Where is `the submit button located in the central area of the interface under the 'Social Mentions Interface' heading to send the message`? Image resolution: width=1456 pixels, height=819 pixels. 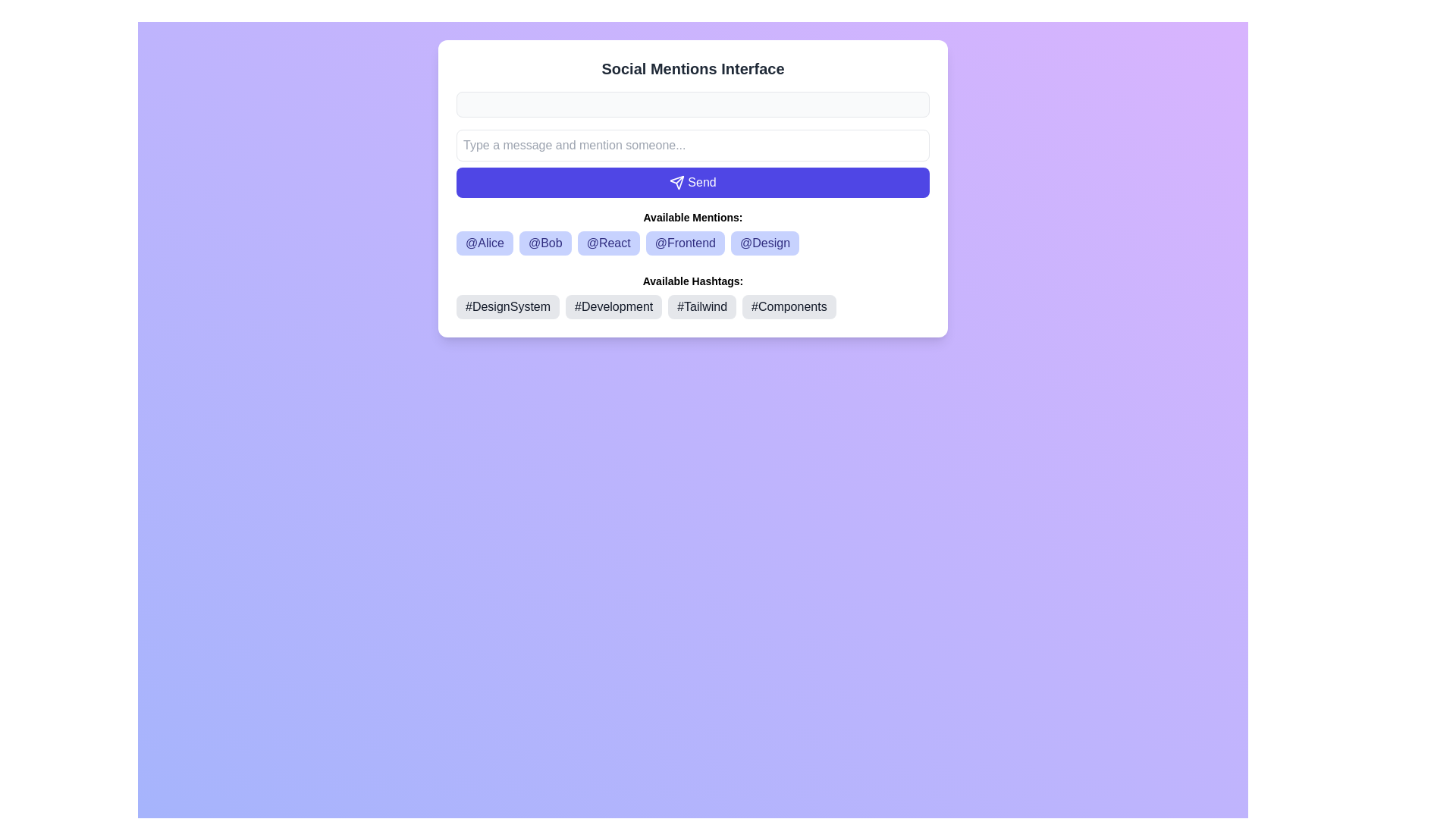 the submit button located in the central area of the interface under the 'Social Mentions Interface' heading to send the message is located at coordinates (692, 164).